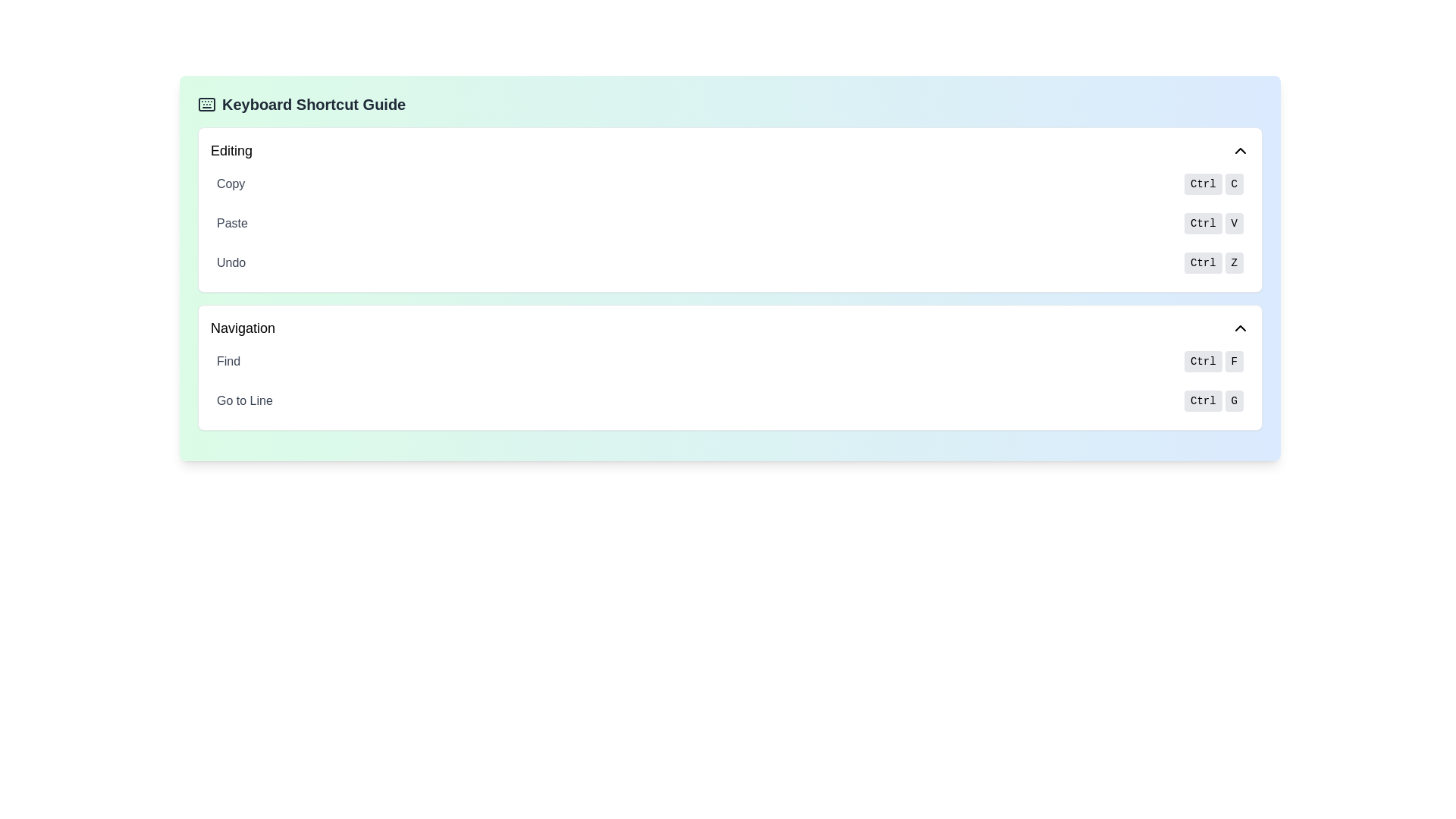  I want to click on the 'Ctrl' key text label in the Navigation section of the keyboard shortcut guide, which is styled distinctly and serves as a static indicator for keyboard actions, so click(1202, 400).